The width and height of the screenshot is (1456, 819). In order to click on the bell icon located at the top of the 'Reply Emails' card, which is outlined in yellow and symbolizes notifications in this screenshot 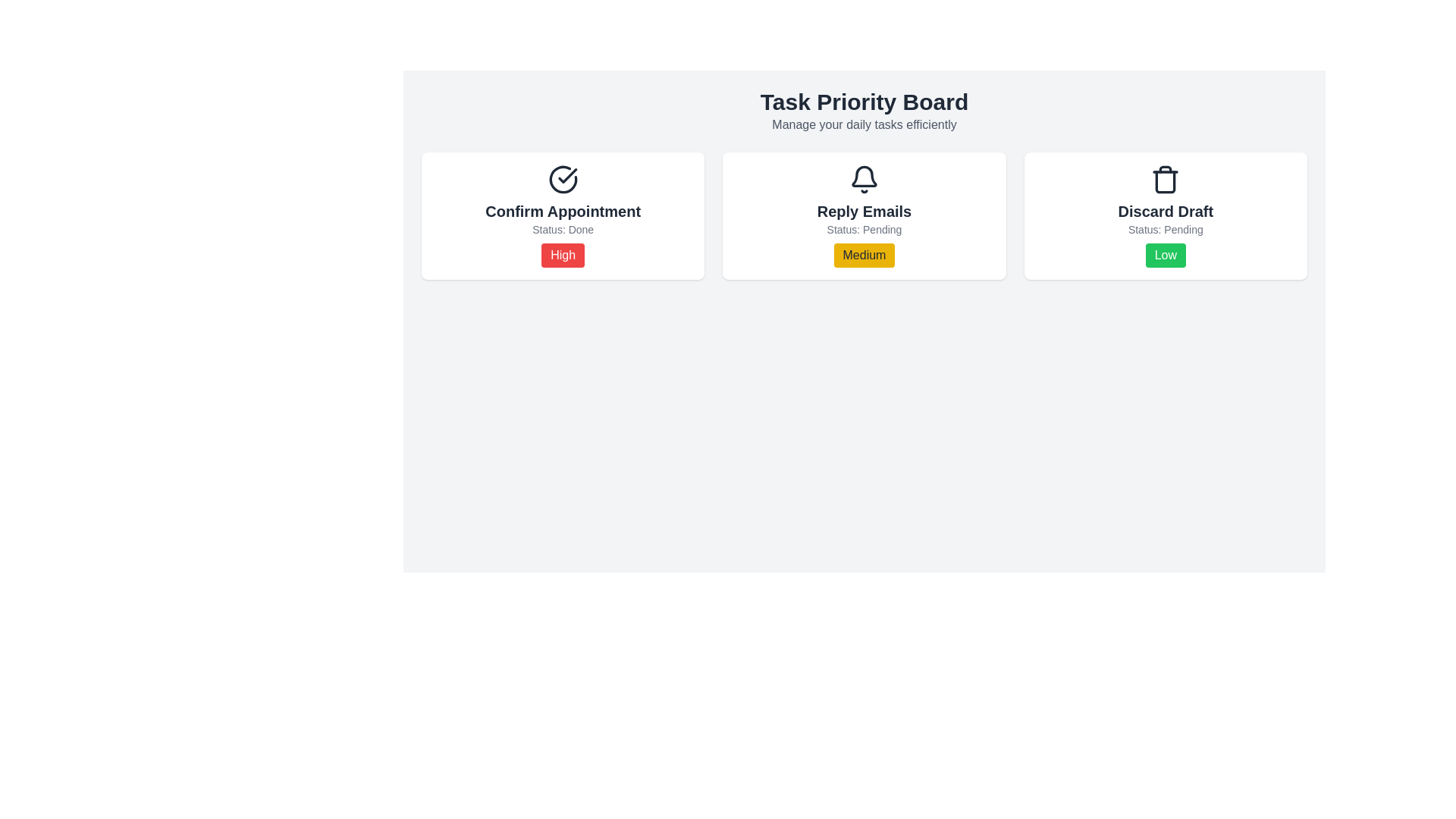, I will do `click(864, 178)`.